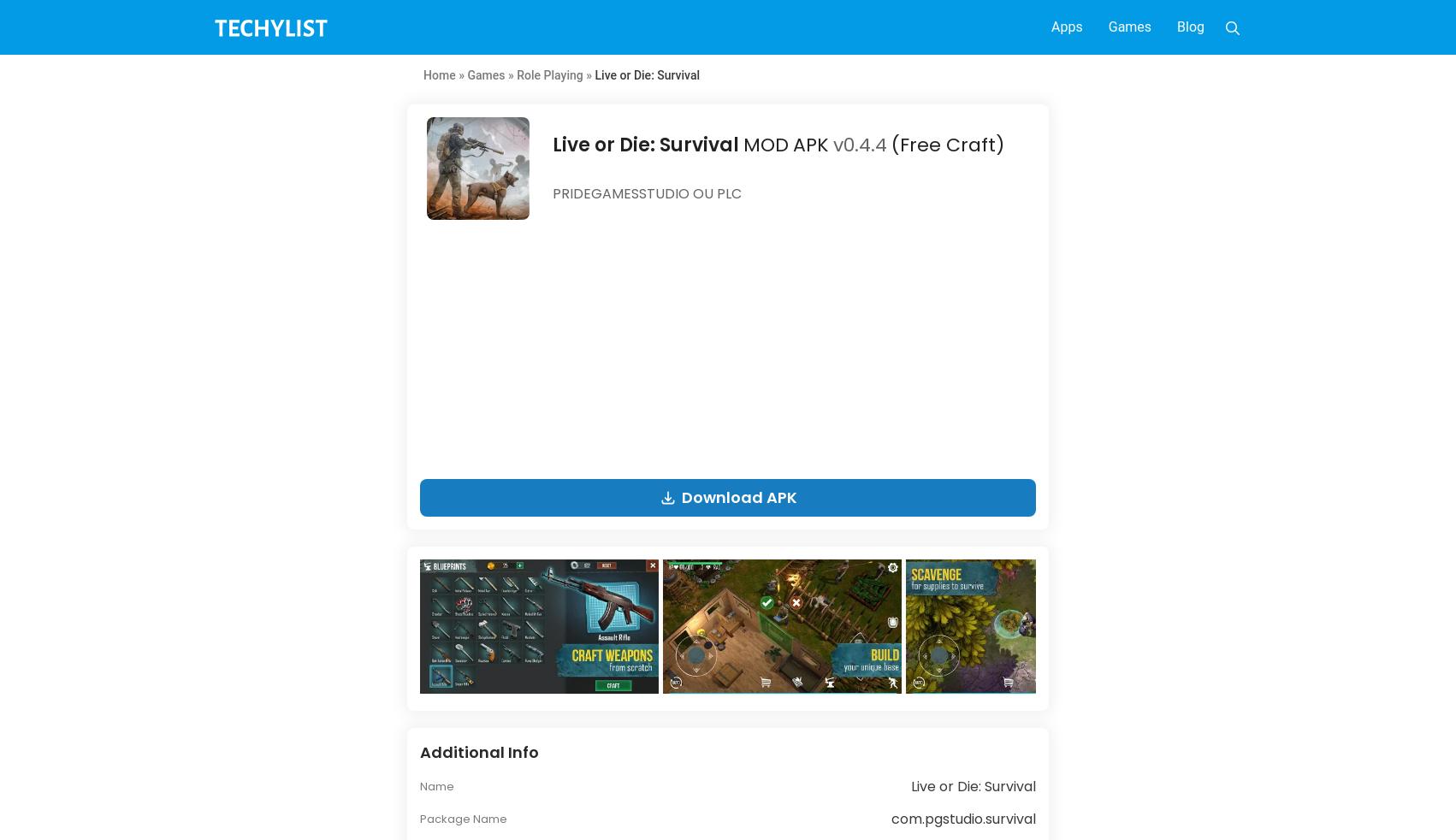 Image resolution: width=1456 pixels, height=840 pixels. Describe the element at coordinates (1190, 26) in the screenshot. I see `'Blog'` at that location.